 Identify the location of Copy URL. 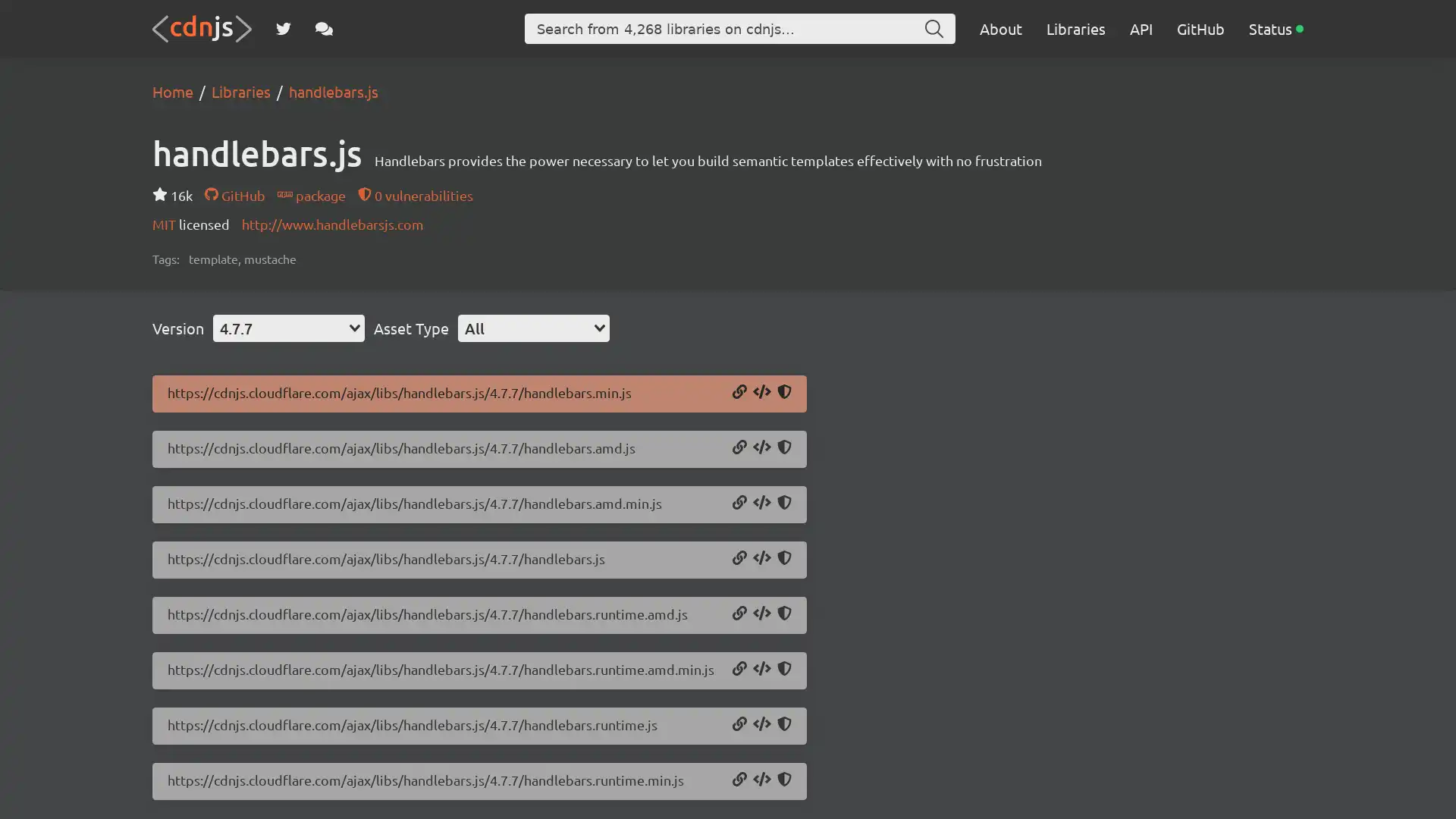
(739, 392).